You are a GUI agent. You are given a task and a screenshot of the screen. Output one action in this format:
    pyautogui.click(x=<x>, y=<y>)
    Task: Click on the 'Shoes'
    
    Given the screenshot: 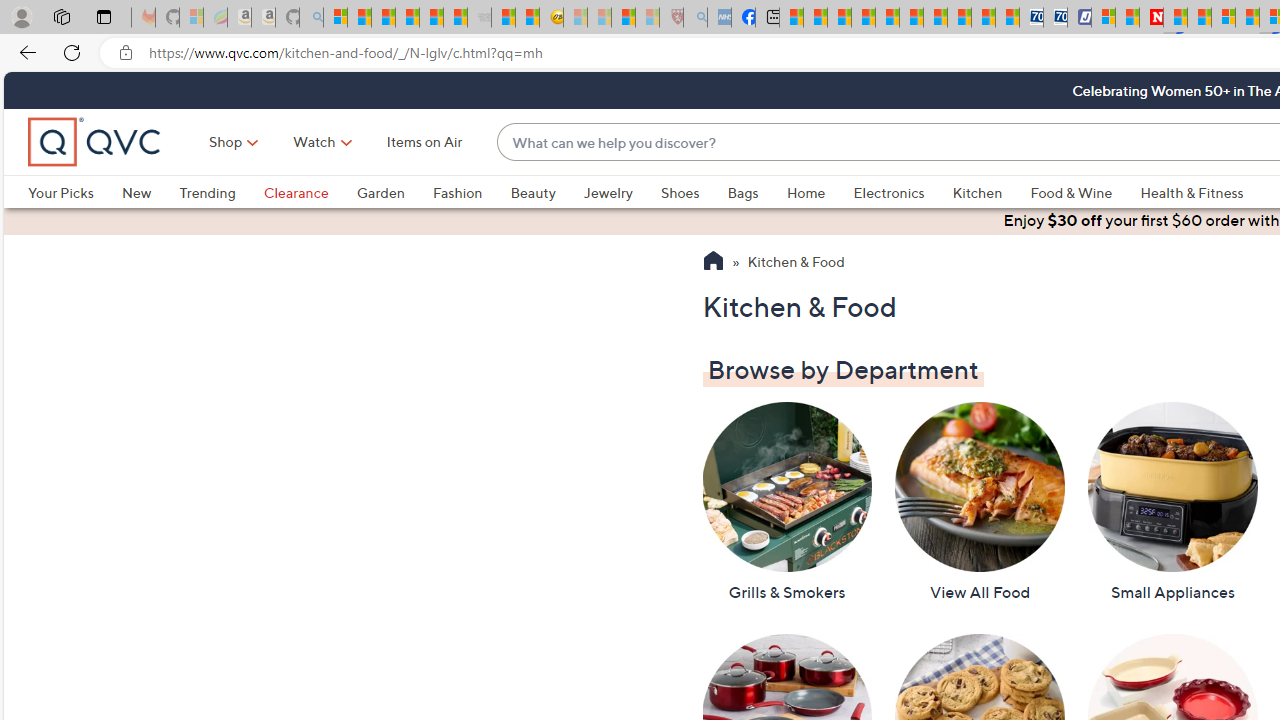 What is the action you would take?
    pyautogui.click(x=694, y=192)
    